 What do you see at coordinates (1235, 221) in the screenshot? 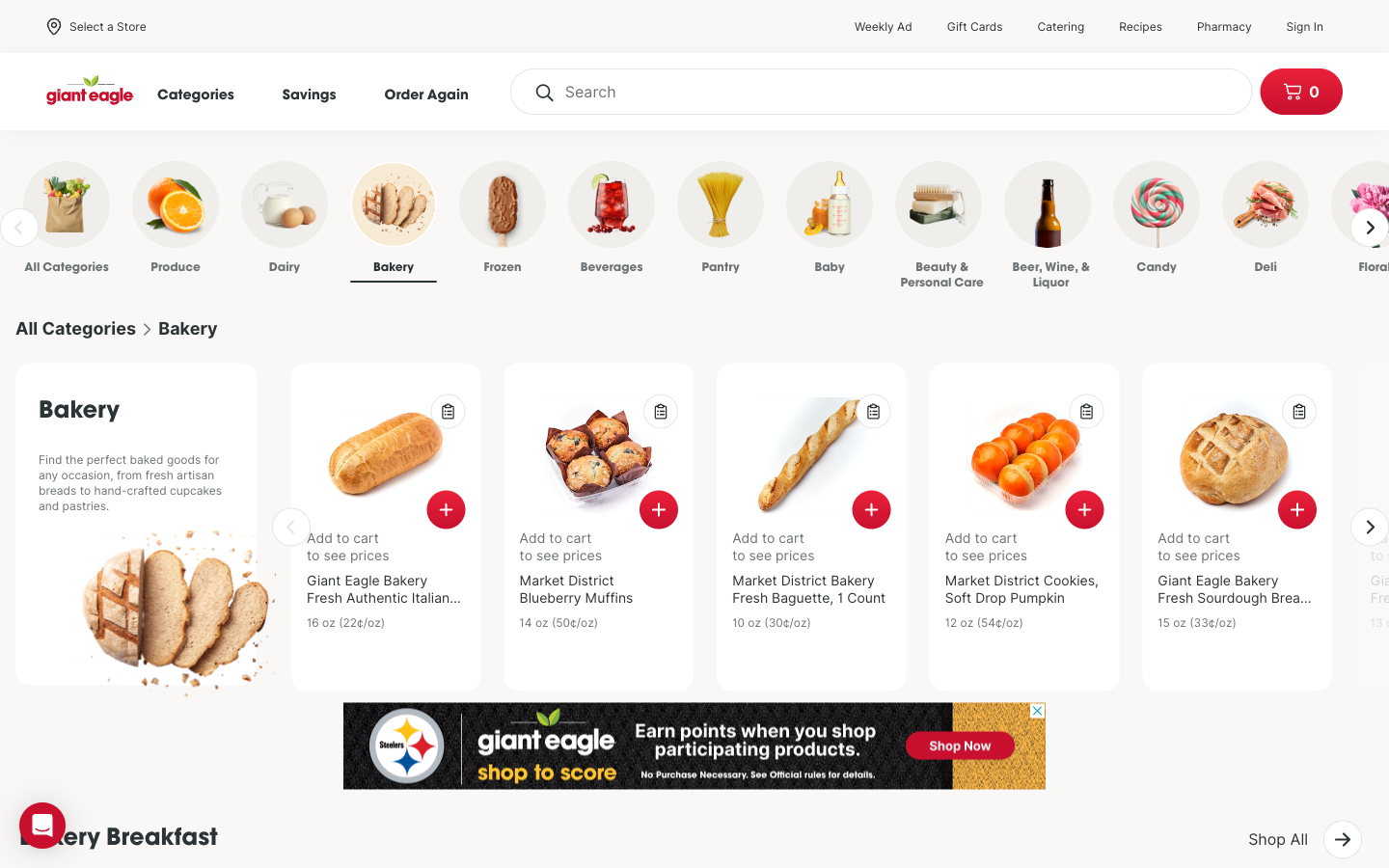
I see `Go to the Deli Section` at bounding box center [1235, 221].